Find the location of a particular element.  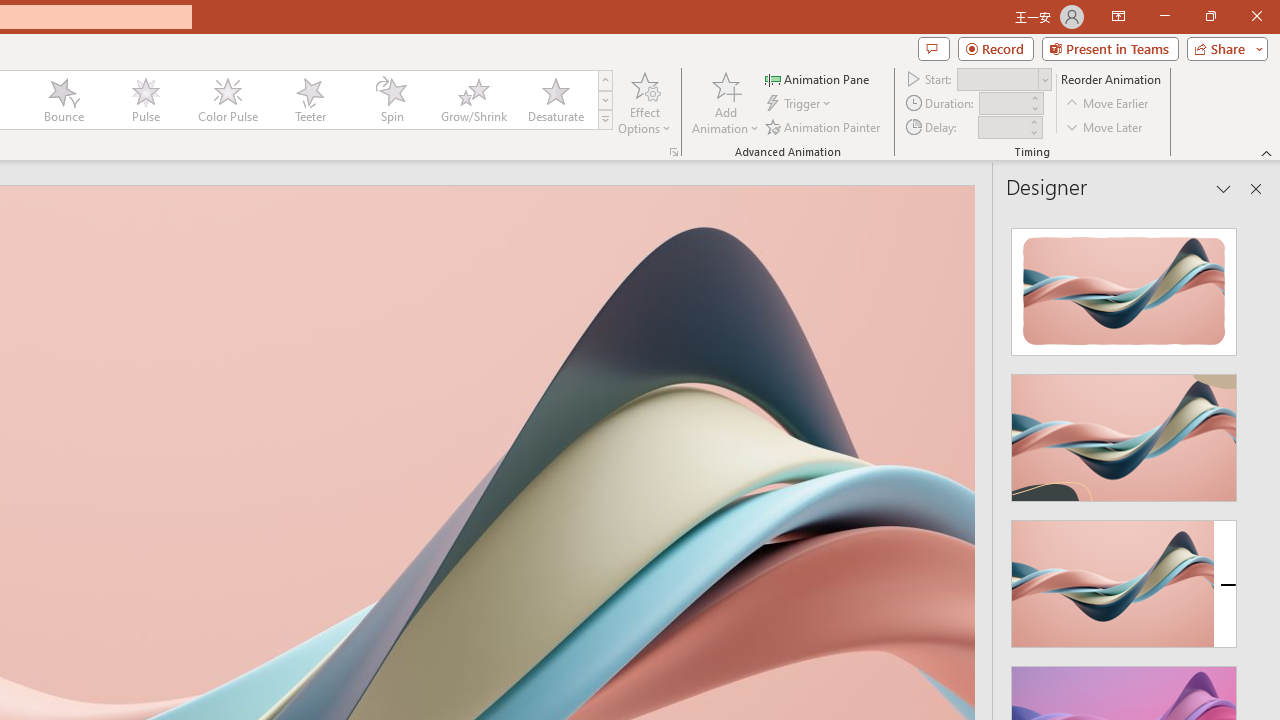

'Bounce' is located at coordinates (64, 100).